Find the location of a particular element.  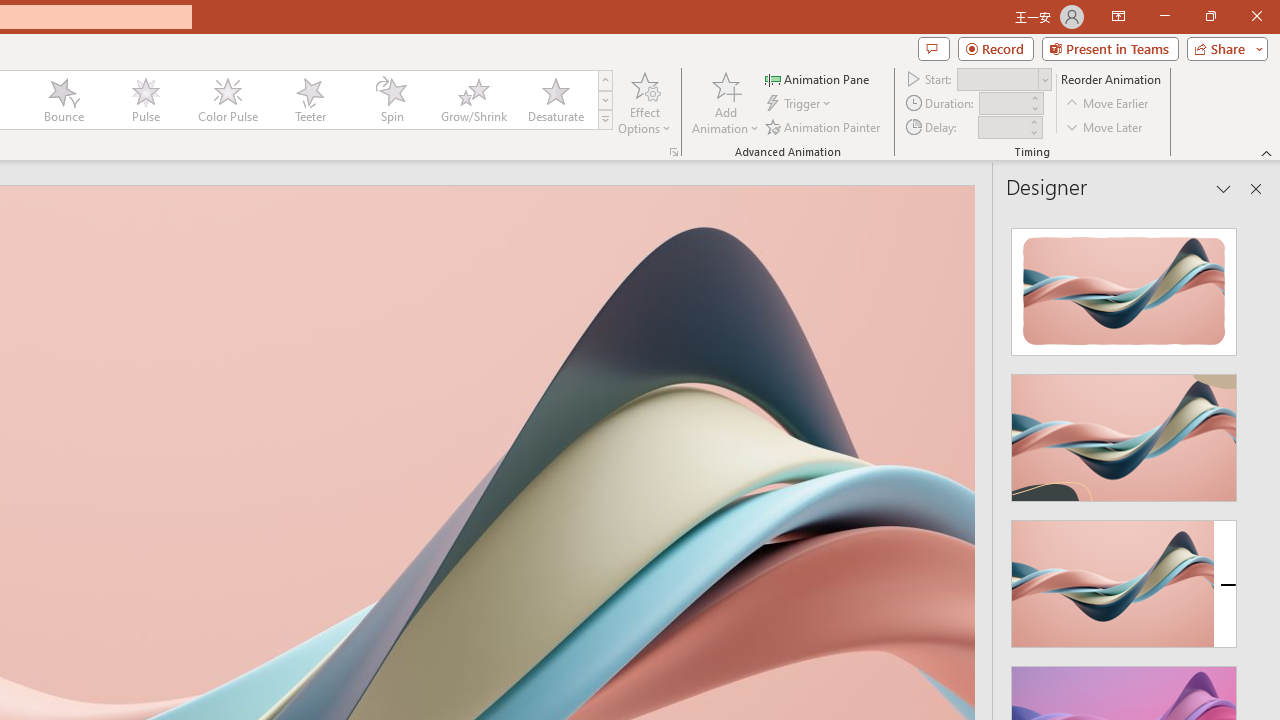

'Bounce' is located at coordinates (64, 100).